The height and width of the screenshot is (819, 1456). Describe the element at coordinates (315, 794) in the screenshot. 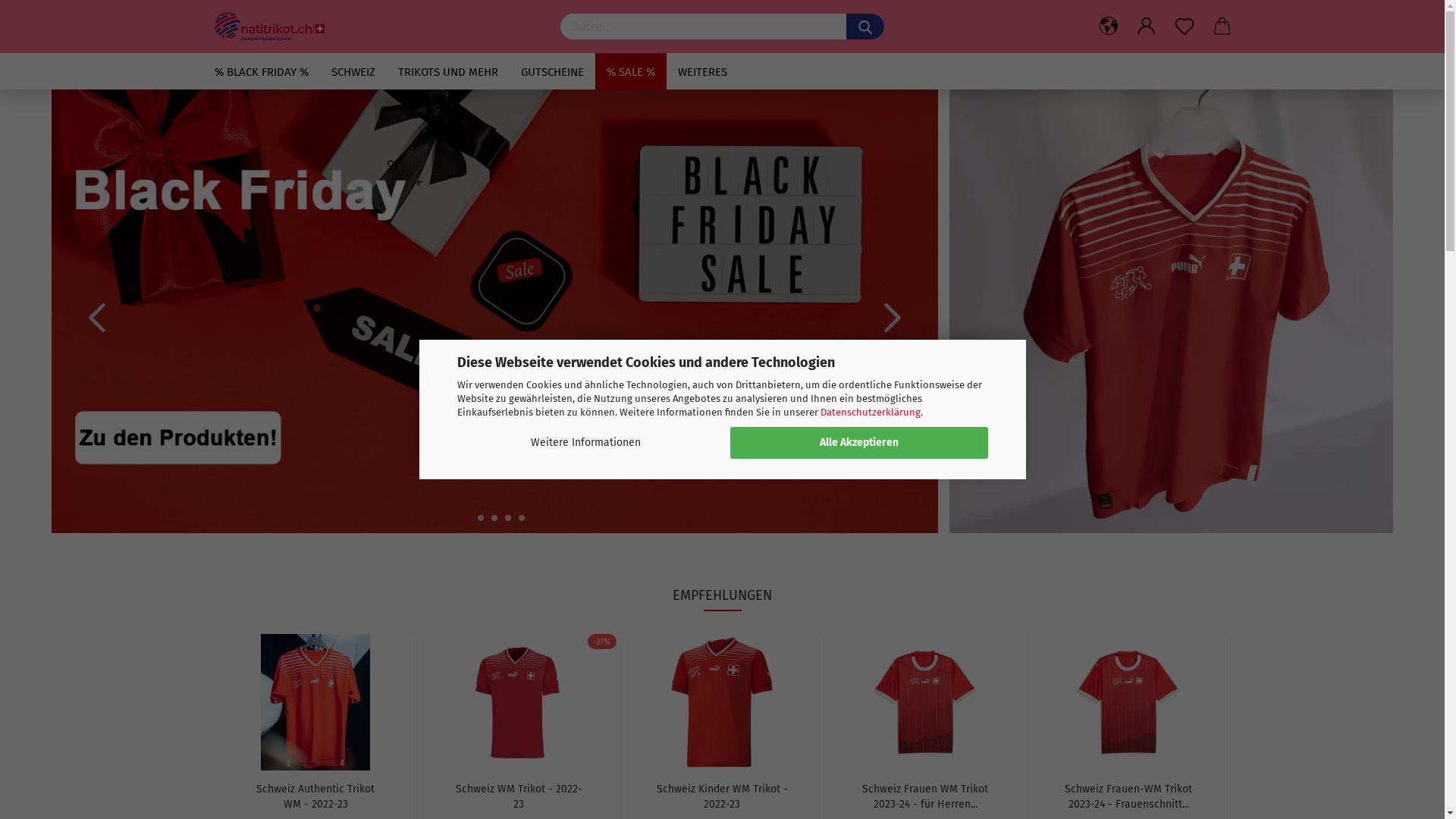

I see `'Schweiz Authentic Trikot WM - 2022-23'` at that location.